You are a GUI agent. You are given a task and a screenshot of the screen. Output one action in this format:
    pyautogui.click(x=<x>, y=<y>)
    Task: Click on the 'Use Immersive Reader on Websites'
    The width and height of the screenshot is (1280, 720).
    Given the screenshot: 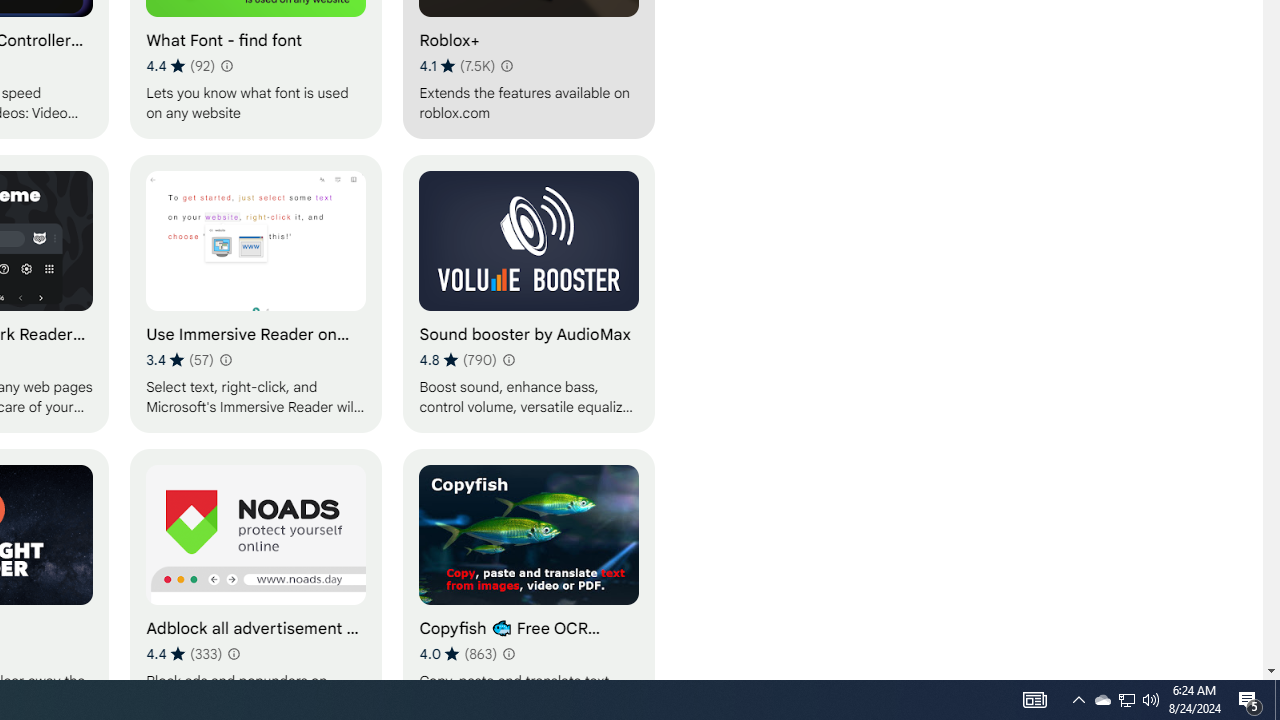 What is the action you would take?
    pyautogui.click(x=255, y=293)
    